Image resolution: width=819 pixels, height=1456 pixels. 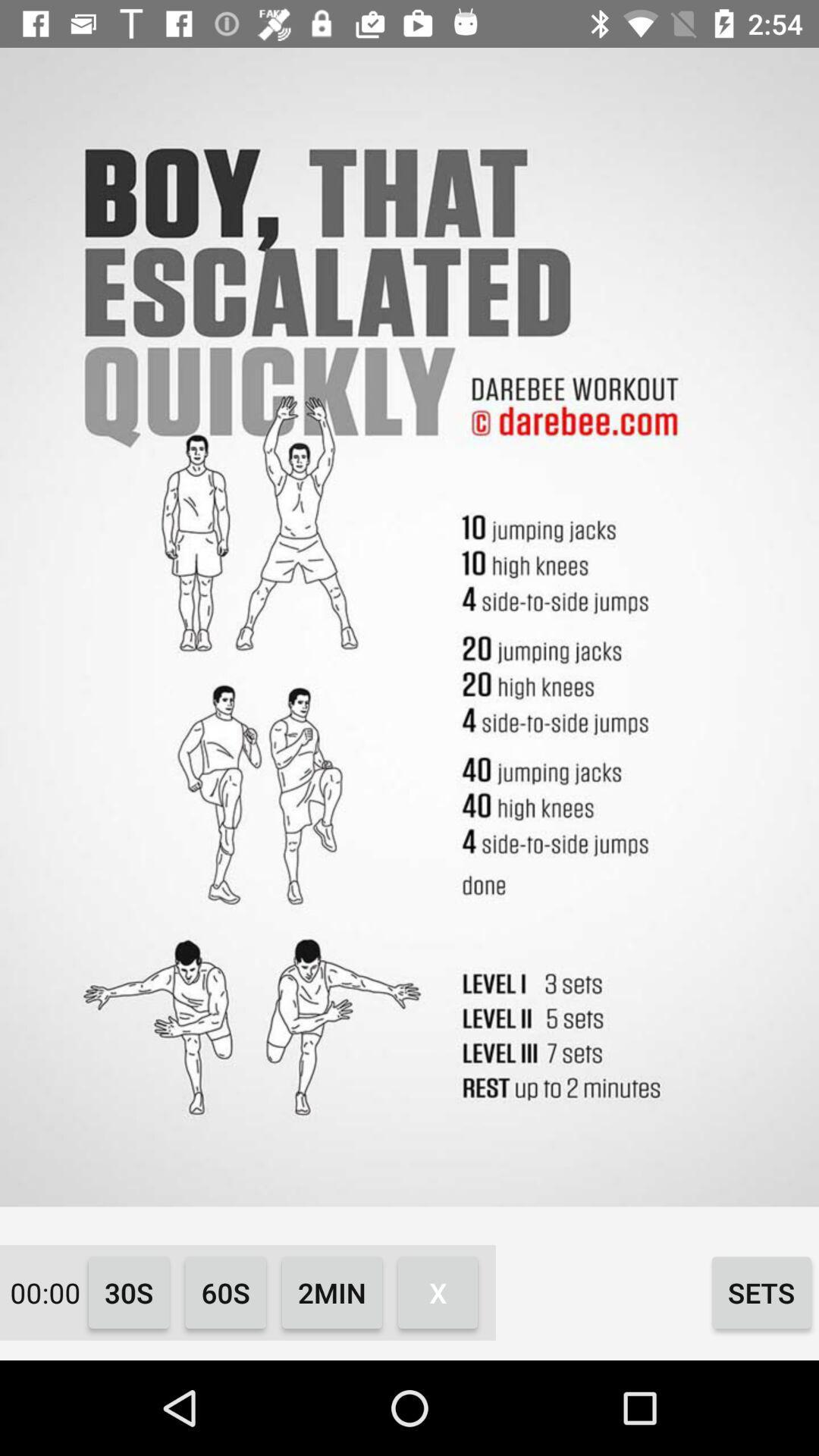 I want to click on icon next to 60s icon, so click(x=128, y=1291).